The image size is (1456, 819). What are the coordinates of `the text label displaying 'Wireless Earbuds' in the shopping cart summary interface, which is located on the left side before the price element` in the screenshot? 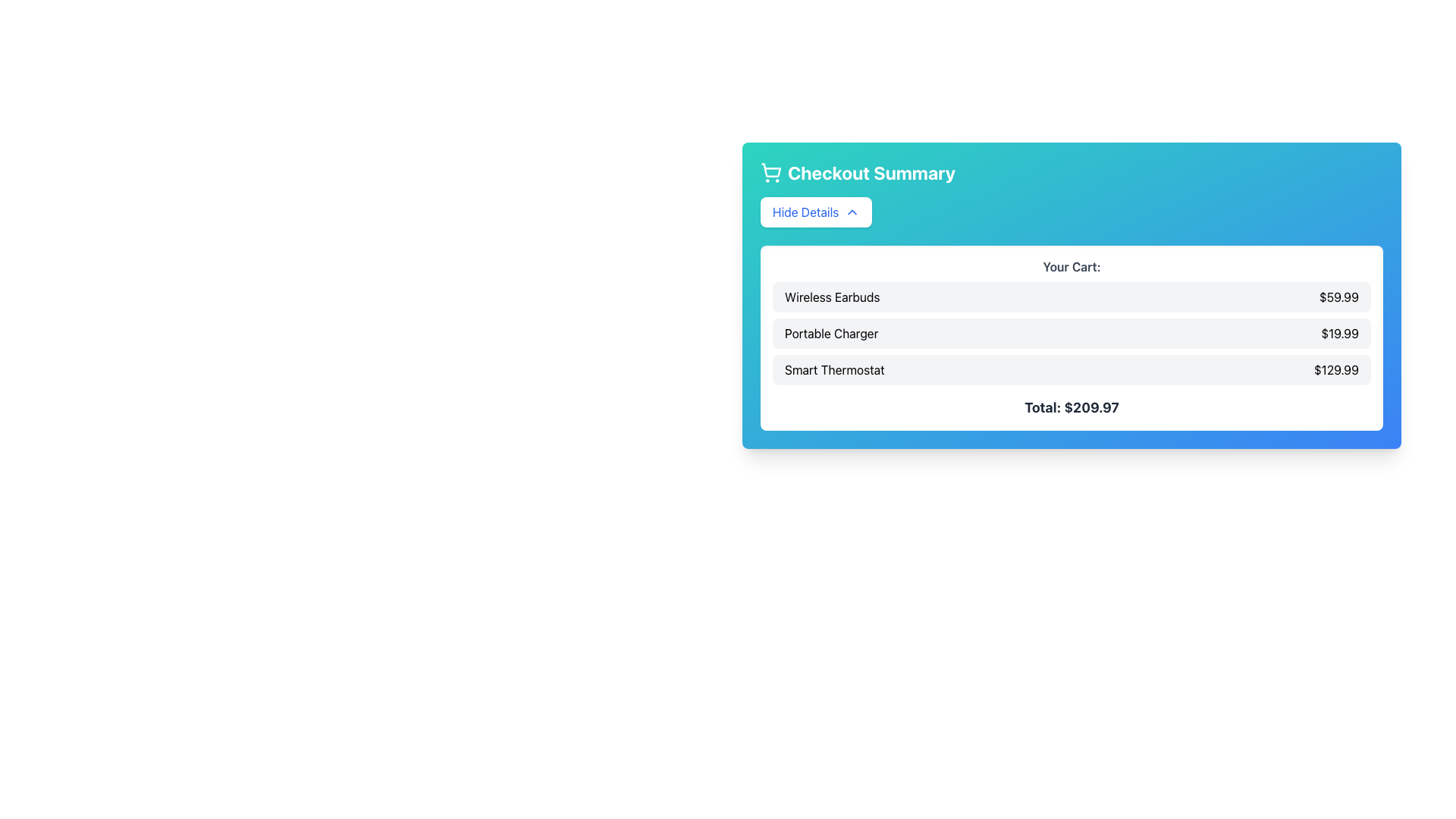 It's located at (831, 297).